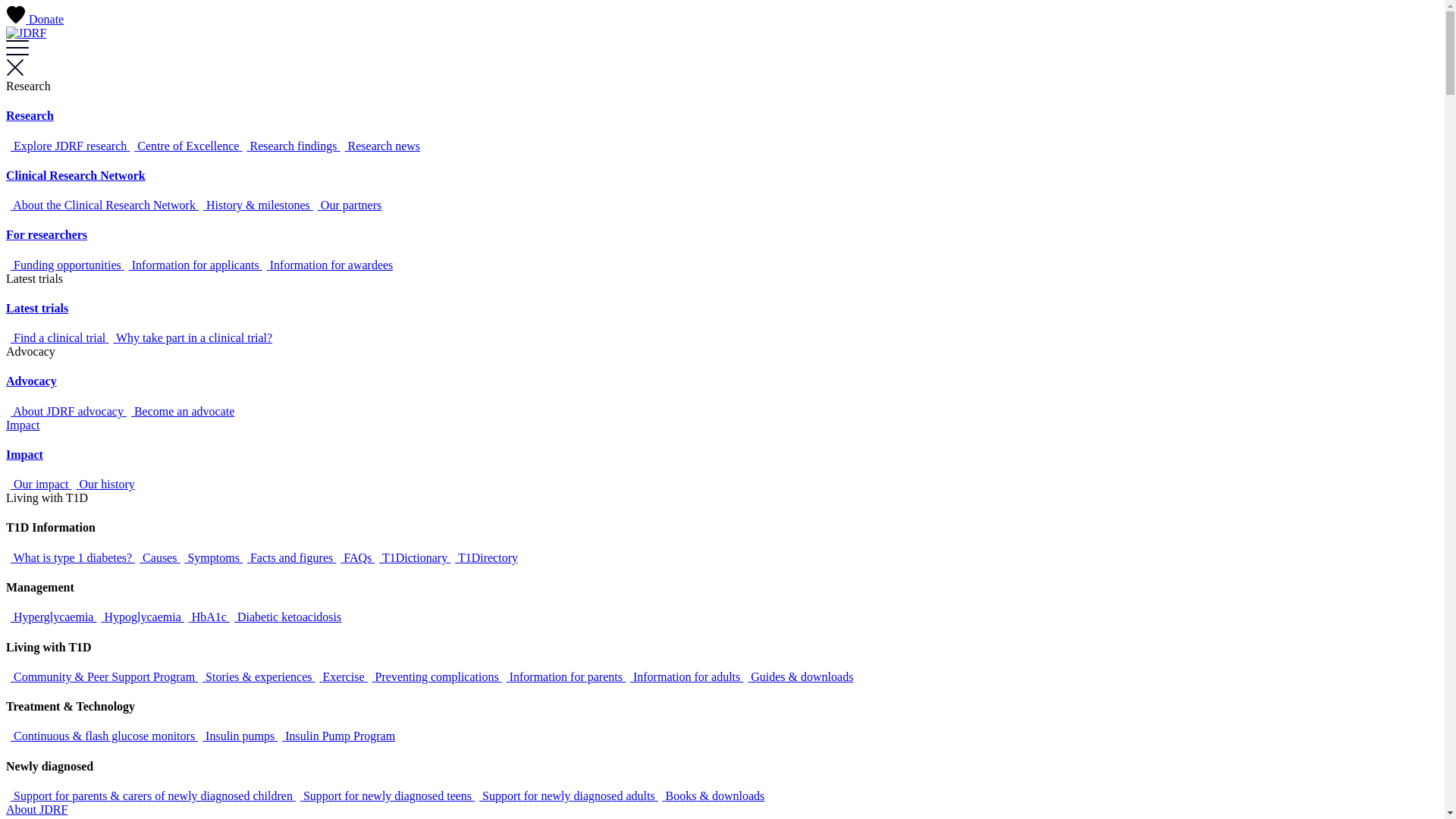 This screenshot has height=819, width=1456. I want to click on 'Donate', so click(6, 19).